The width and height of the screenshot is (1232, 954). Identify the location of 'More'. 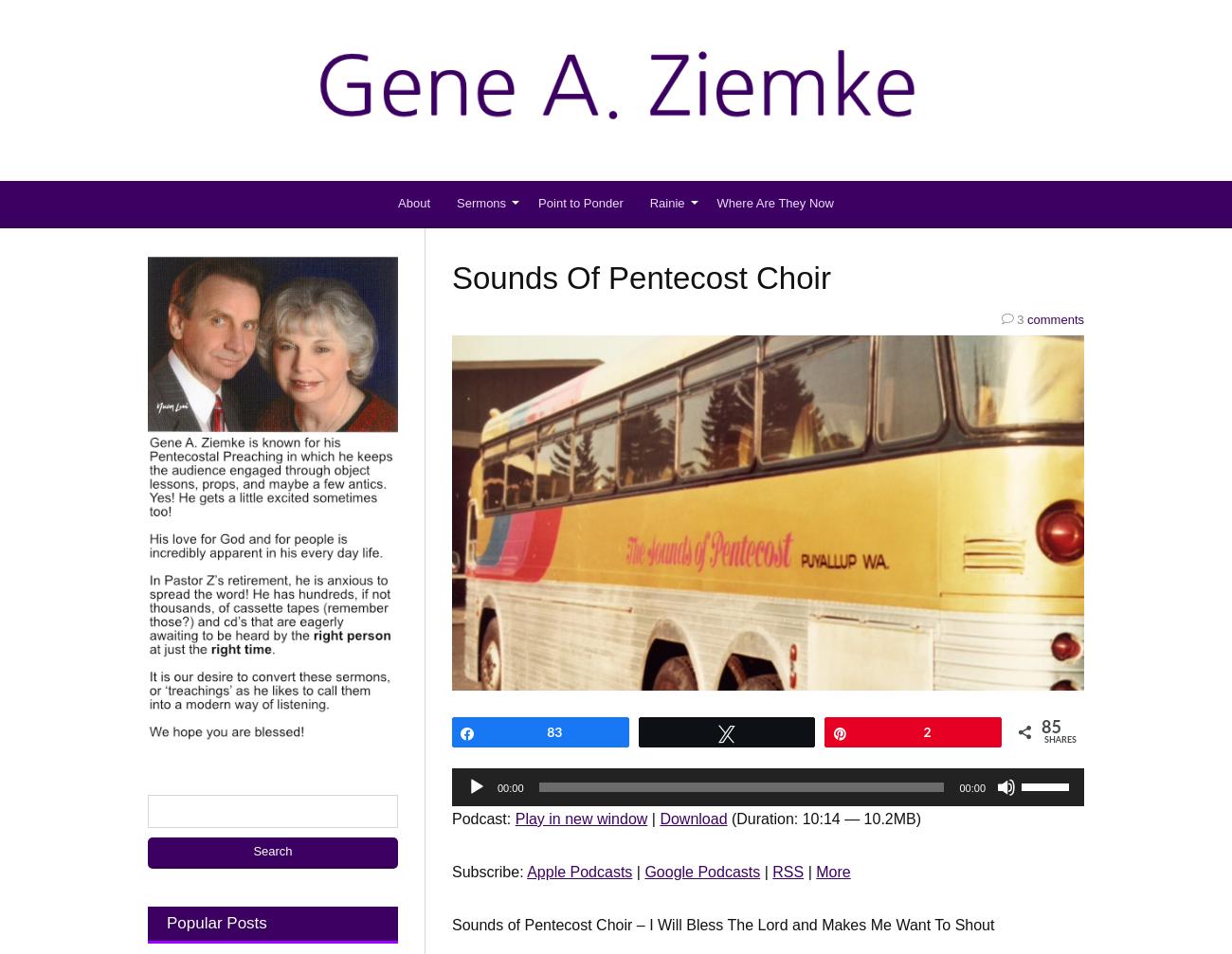
(815, 870).